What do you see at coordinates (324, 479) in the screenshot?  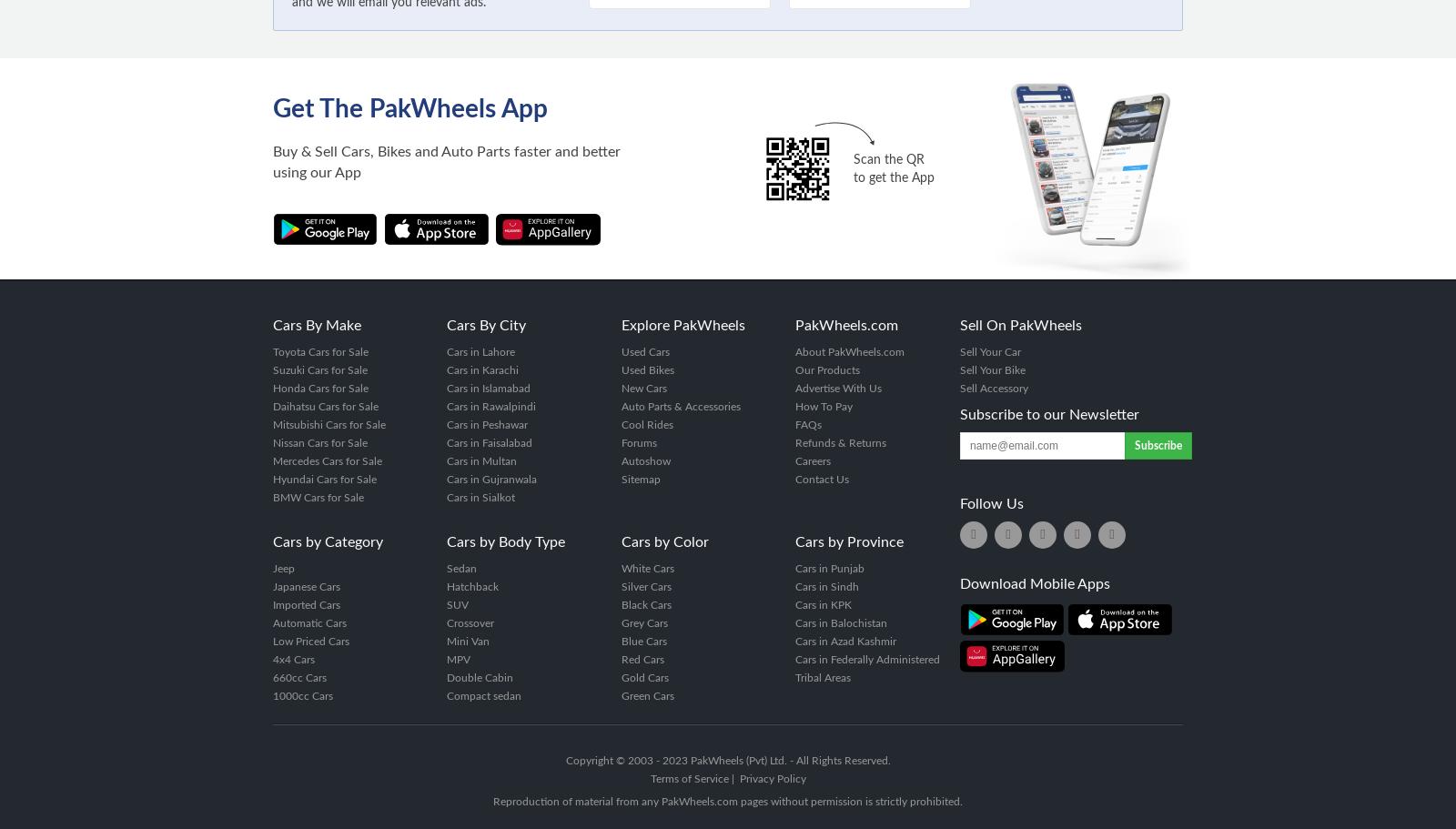 I see `'Hyundai Cars for Sale'` at bounding box center [324, 479].